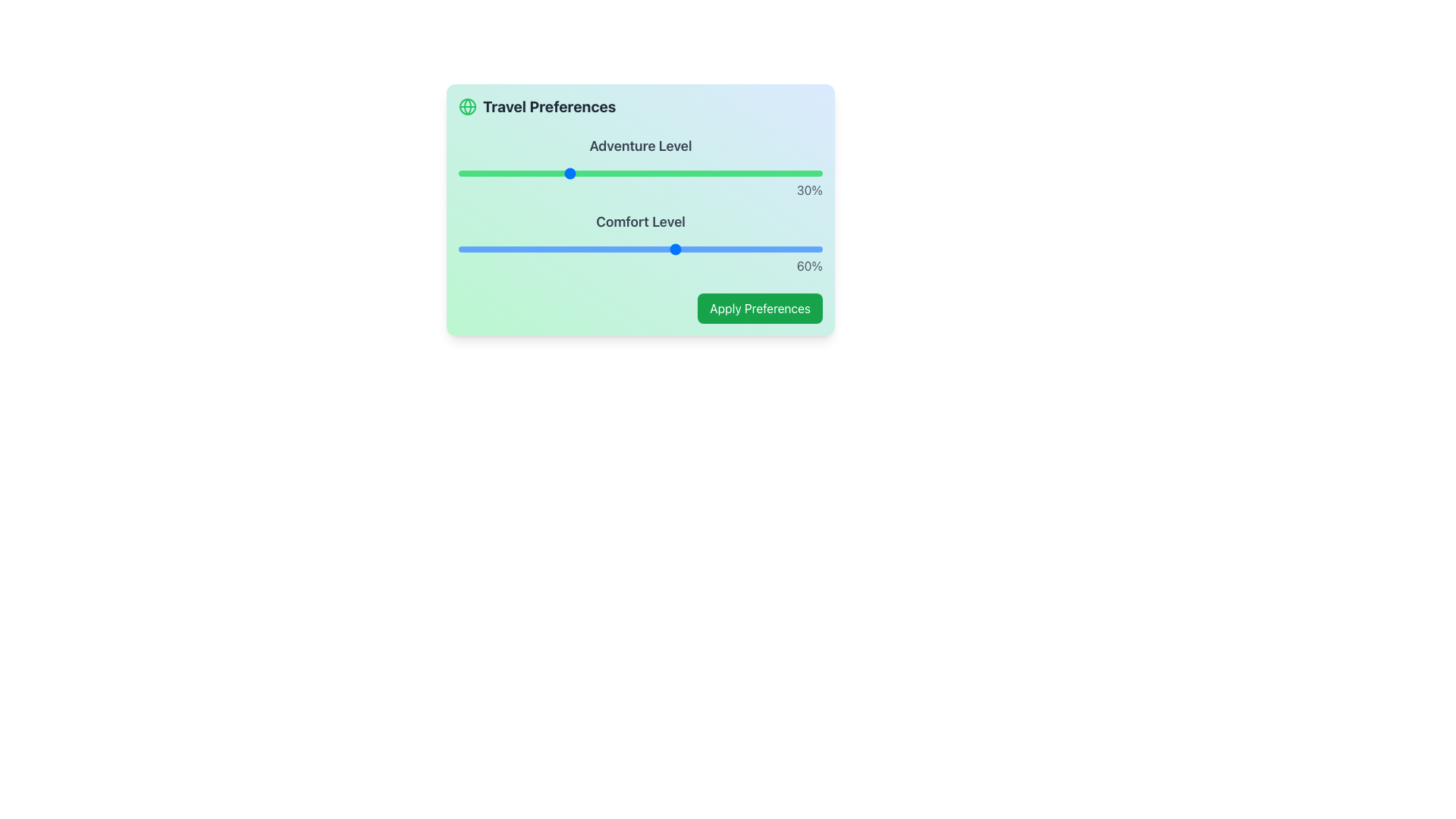 The image size is (1456, 819). Describe the element at coordinates (467, 106) in the screenshot. I see `the central circular feature of the globe SVG icon located near the 'Travel Preferences' heading in the top-left portion of the interface` at that location.